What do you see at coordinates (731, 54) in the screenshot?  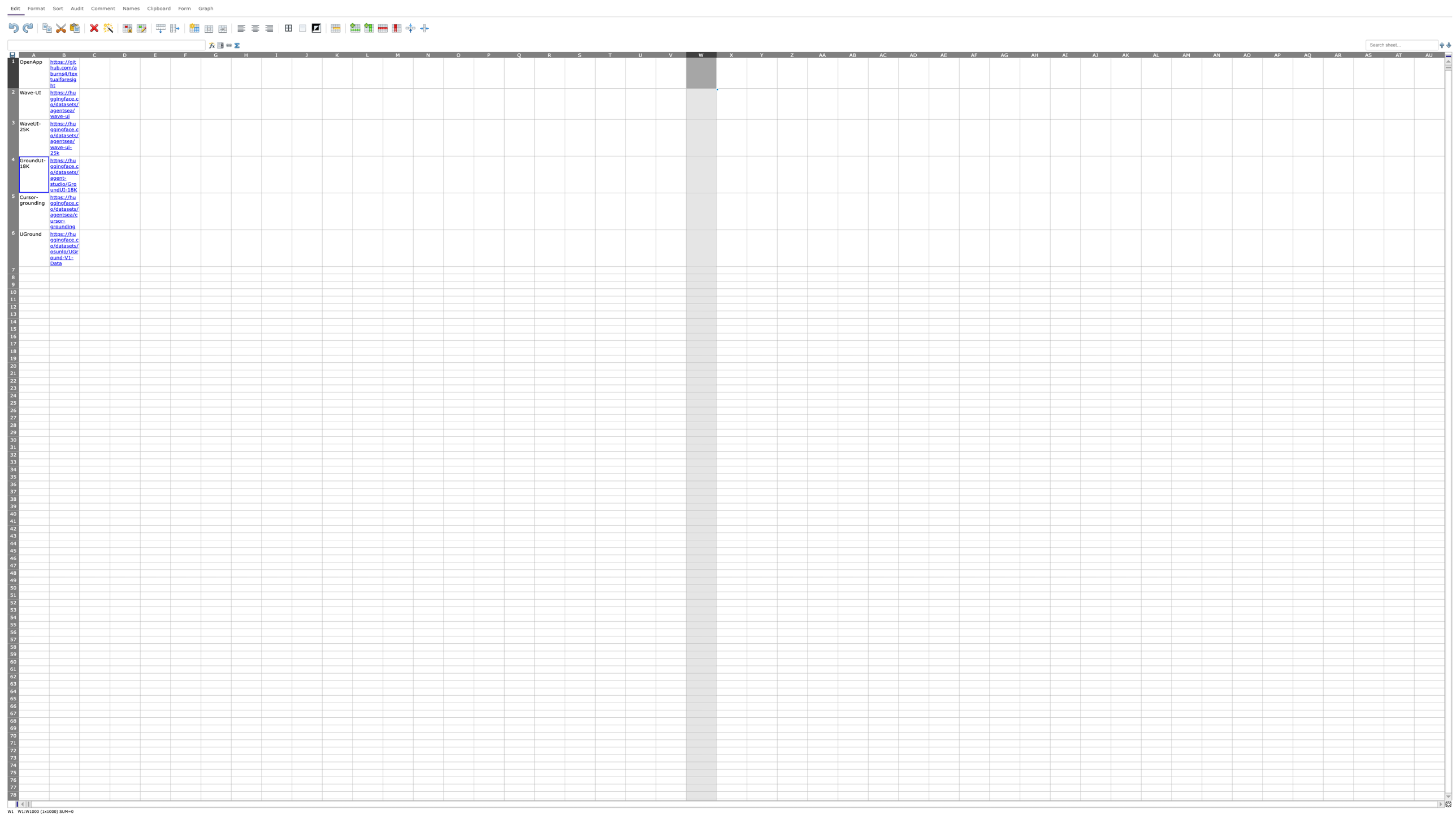 I see `column X` at bounding box center [731, 54].